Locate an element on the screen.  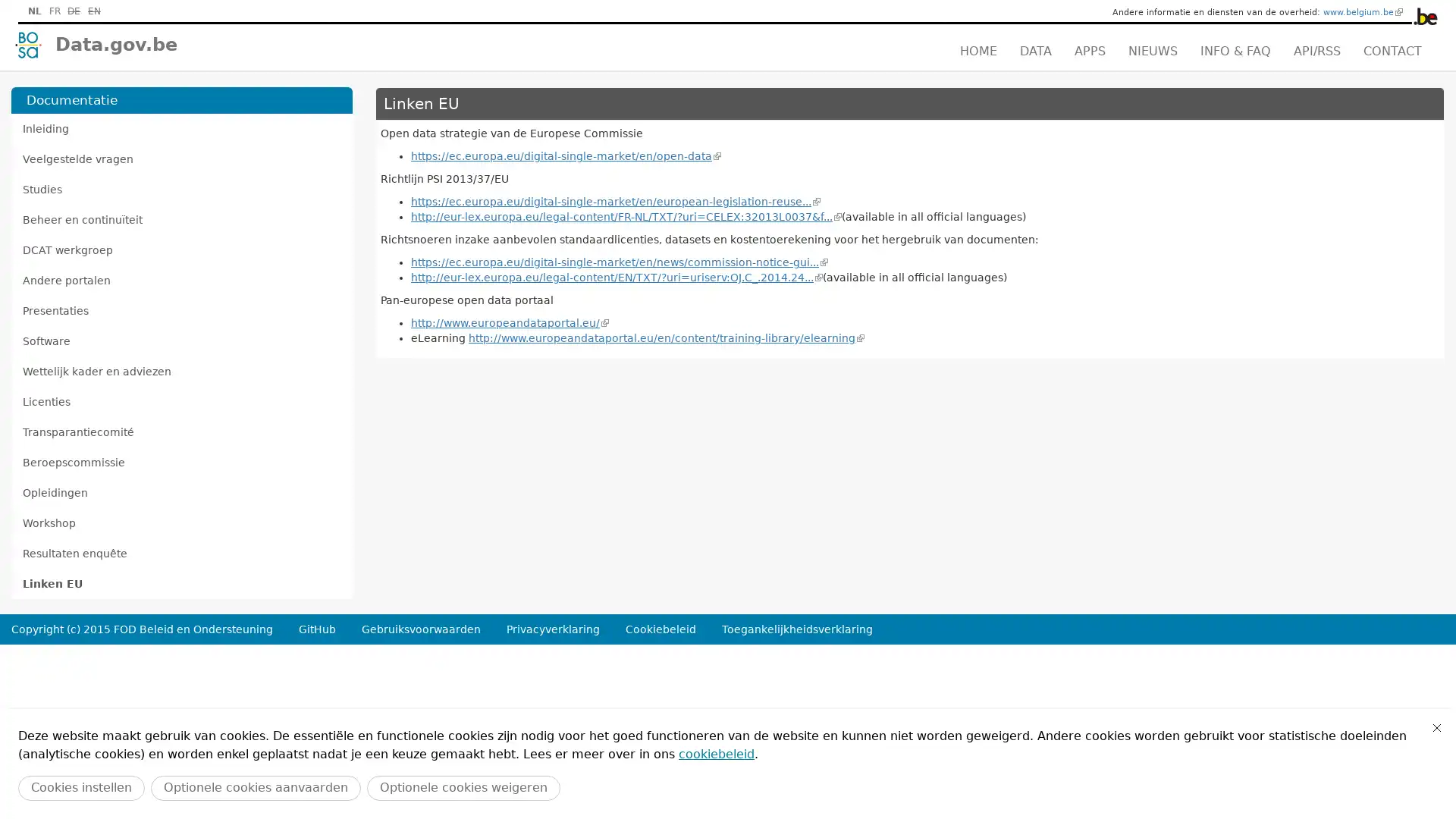
Cookies instellen is located at coordinates (80, 787).